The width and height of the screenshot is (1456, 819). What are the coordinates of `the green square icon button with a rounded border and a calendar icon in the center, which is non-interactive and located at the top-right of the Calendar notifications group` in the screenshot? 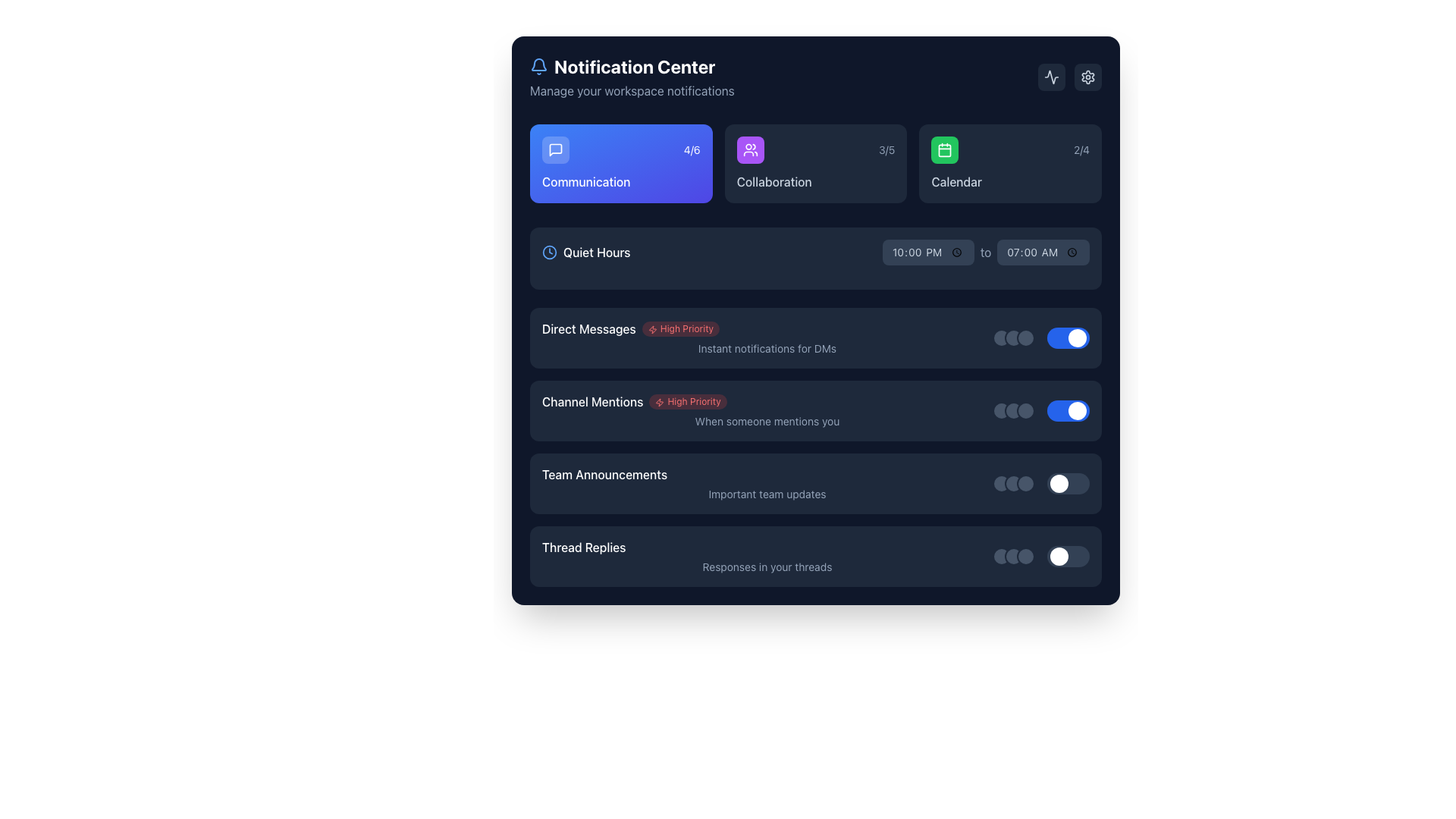 It's located at (944, 149).